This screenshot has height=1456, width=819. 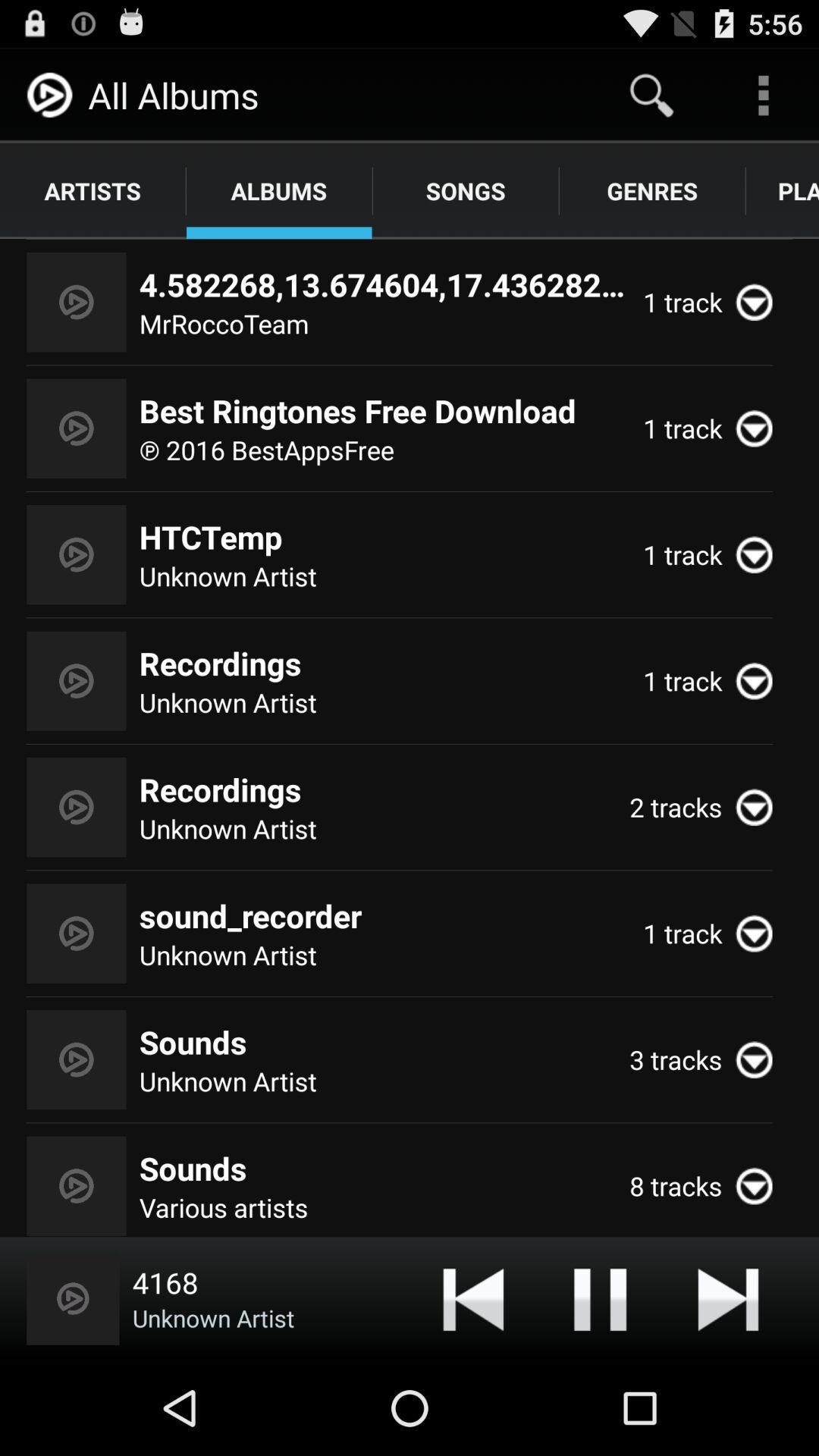 I want to click on the expand_more icon, so click(x=761, y=729).